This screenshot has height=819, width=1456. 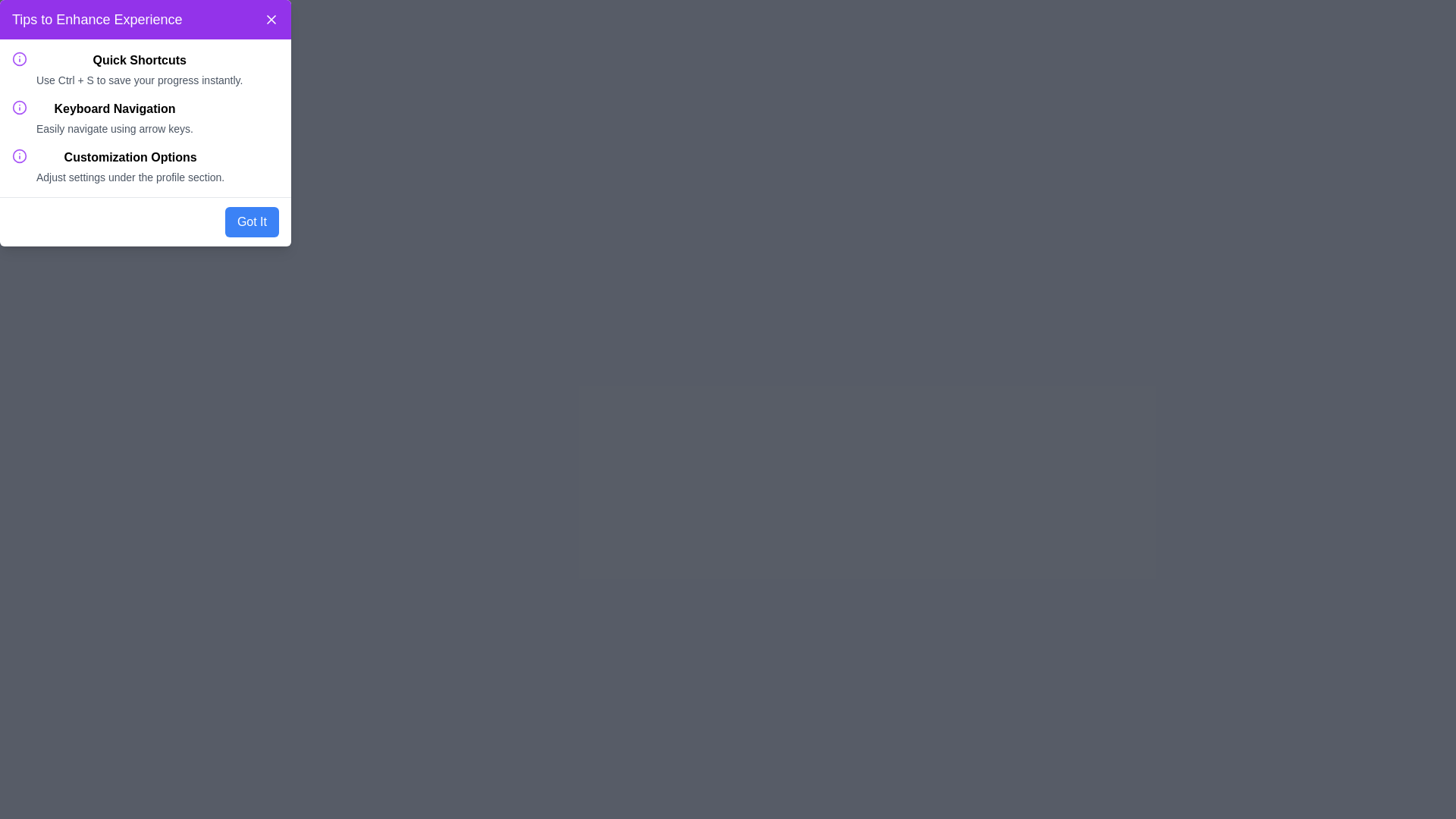 I want to click on the Text label that provides additional information about the customization options, located below the 'Customization Options' in the third section of the modal box, so click(x=130, y=177).